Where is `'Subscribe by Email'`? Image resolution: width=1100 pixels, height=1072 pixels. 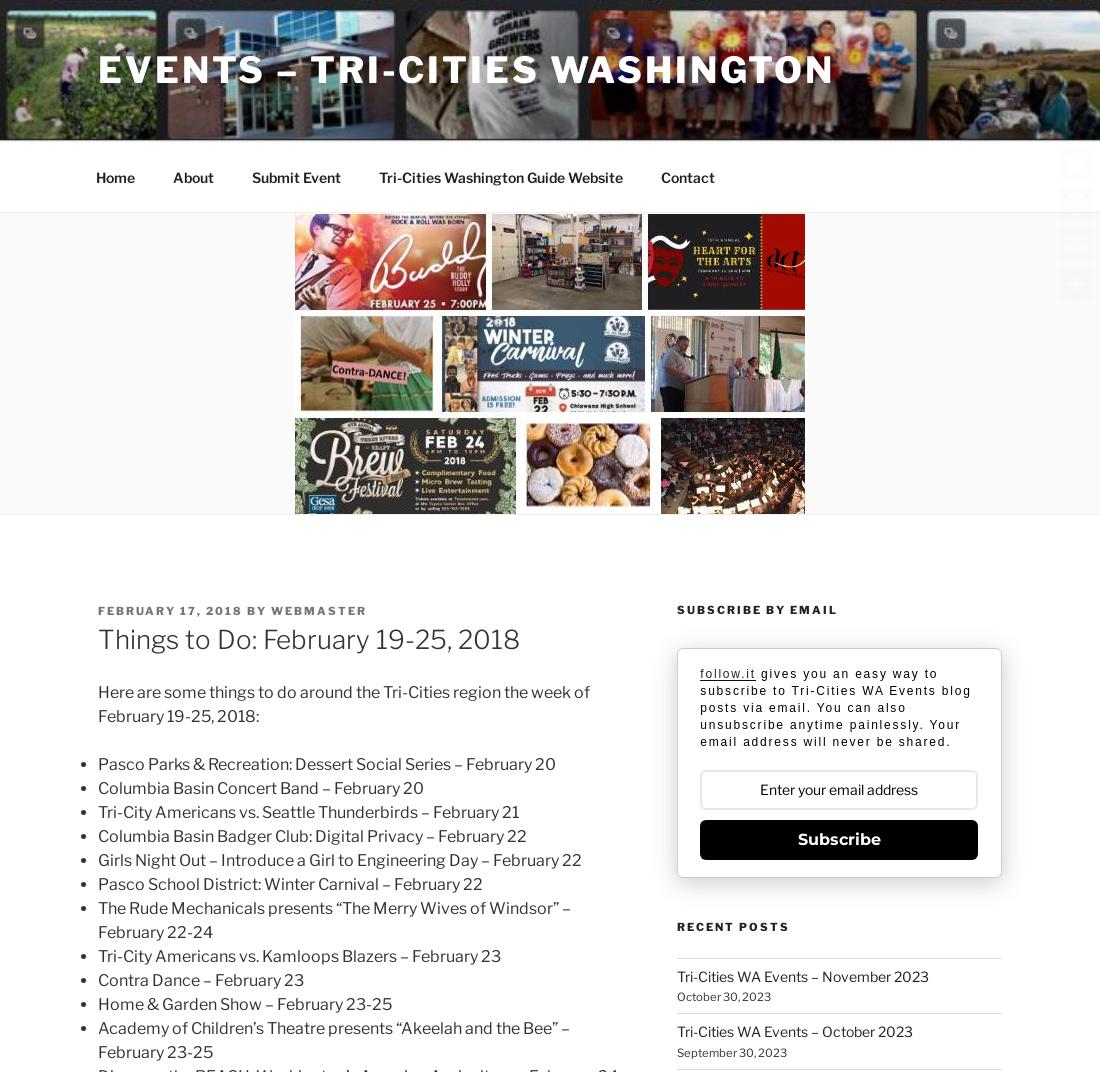
'Subscribe by Email' is located at coordinates (755, 609).